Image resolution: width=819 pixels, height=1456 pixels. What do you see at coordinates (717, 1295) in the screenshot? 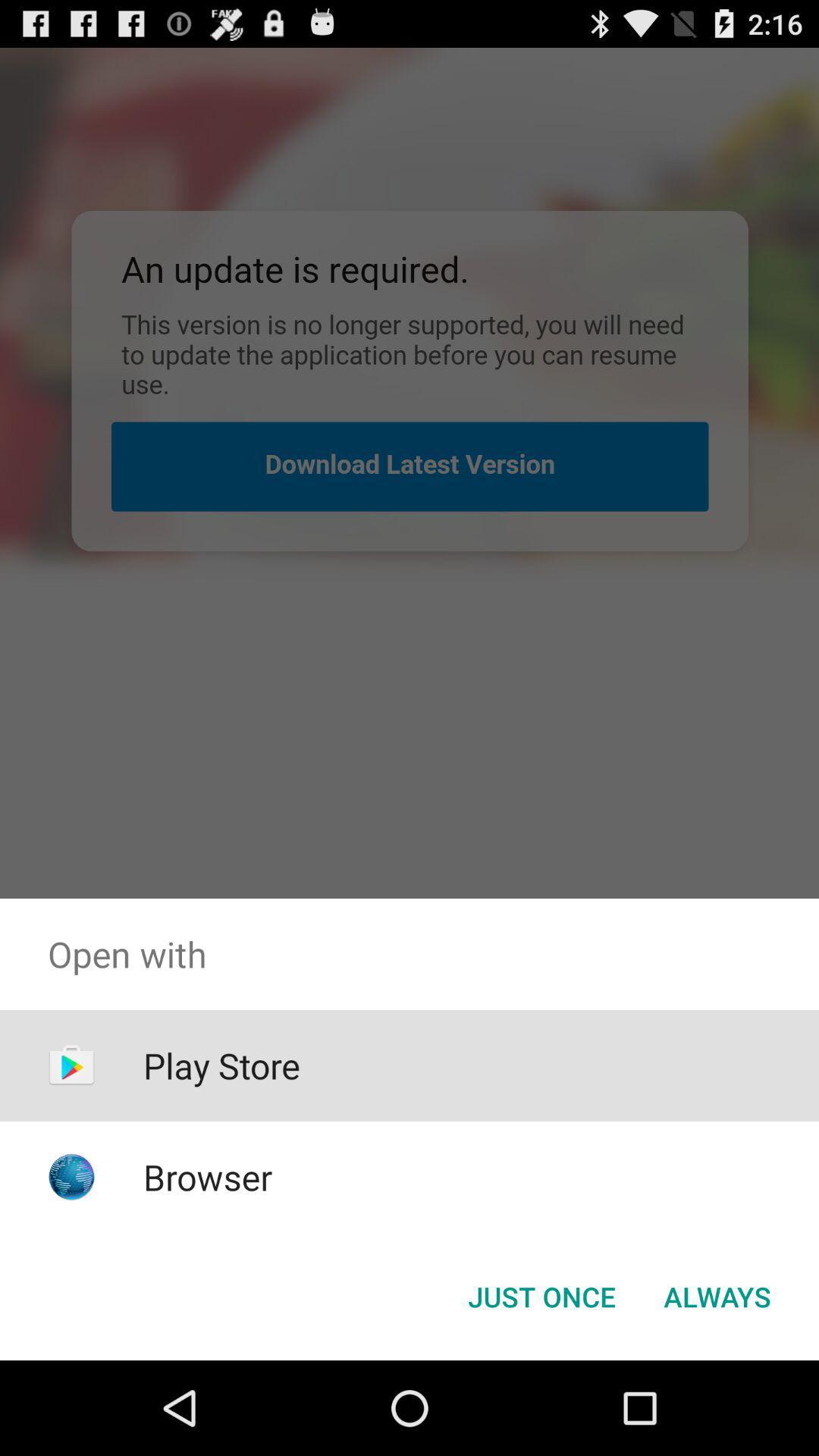
I see `the icon to the right of the just once button` at bounding box center [717, 1295].